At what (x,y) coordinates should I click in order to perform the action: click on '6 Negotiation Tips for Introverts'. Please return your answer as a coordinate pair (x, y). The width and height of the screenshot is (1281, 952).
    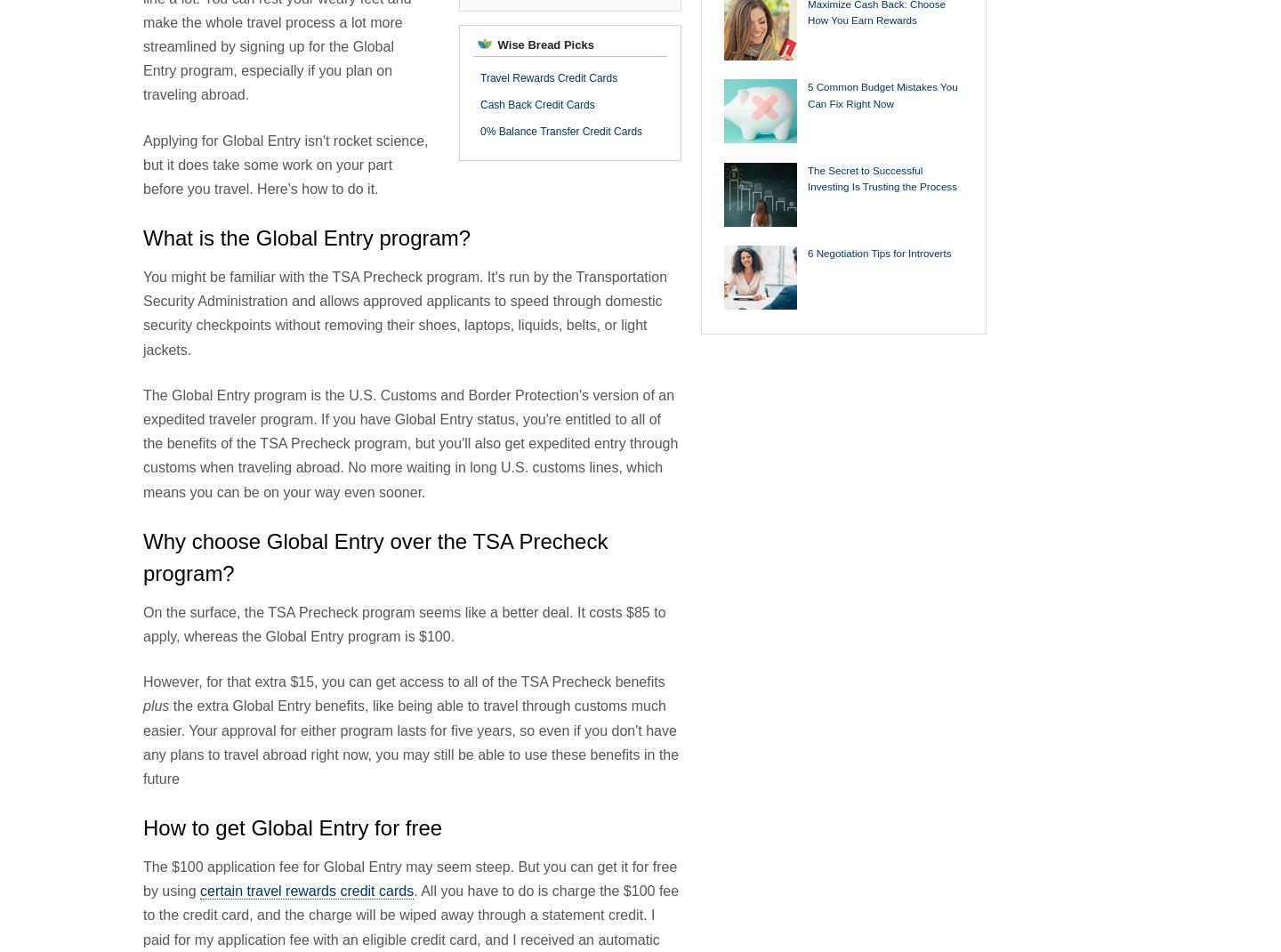
    Looking at the image, I should click on (878, 253).